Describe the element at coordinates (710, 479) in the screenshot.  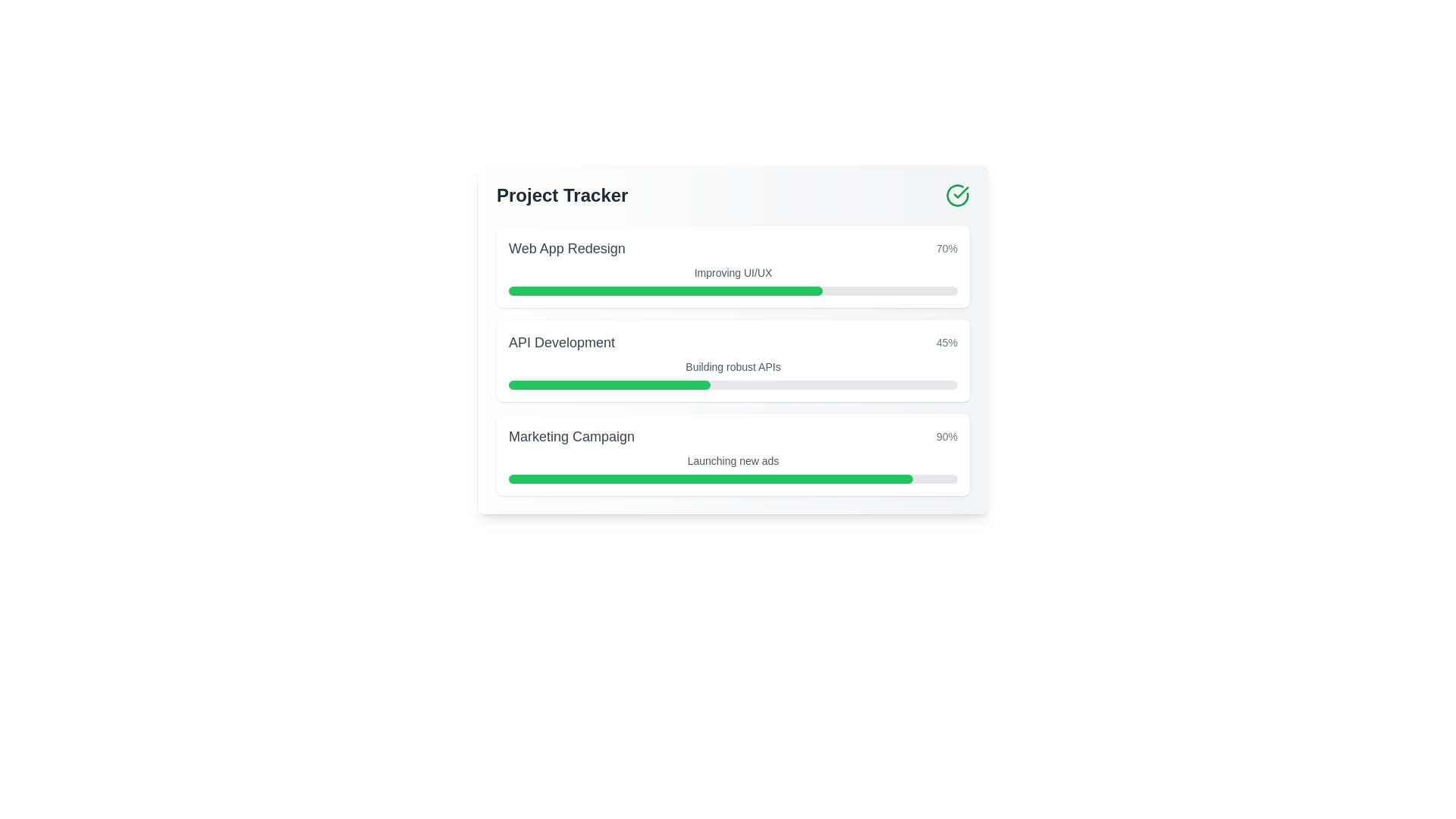
I see `the visual fill percentage of the Progress Bar Segment representing the 'Marketing Campaign' task, which is filled to 90%` at that location.